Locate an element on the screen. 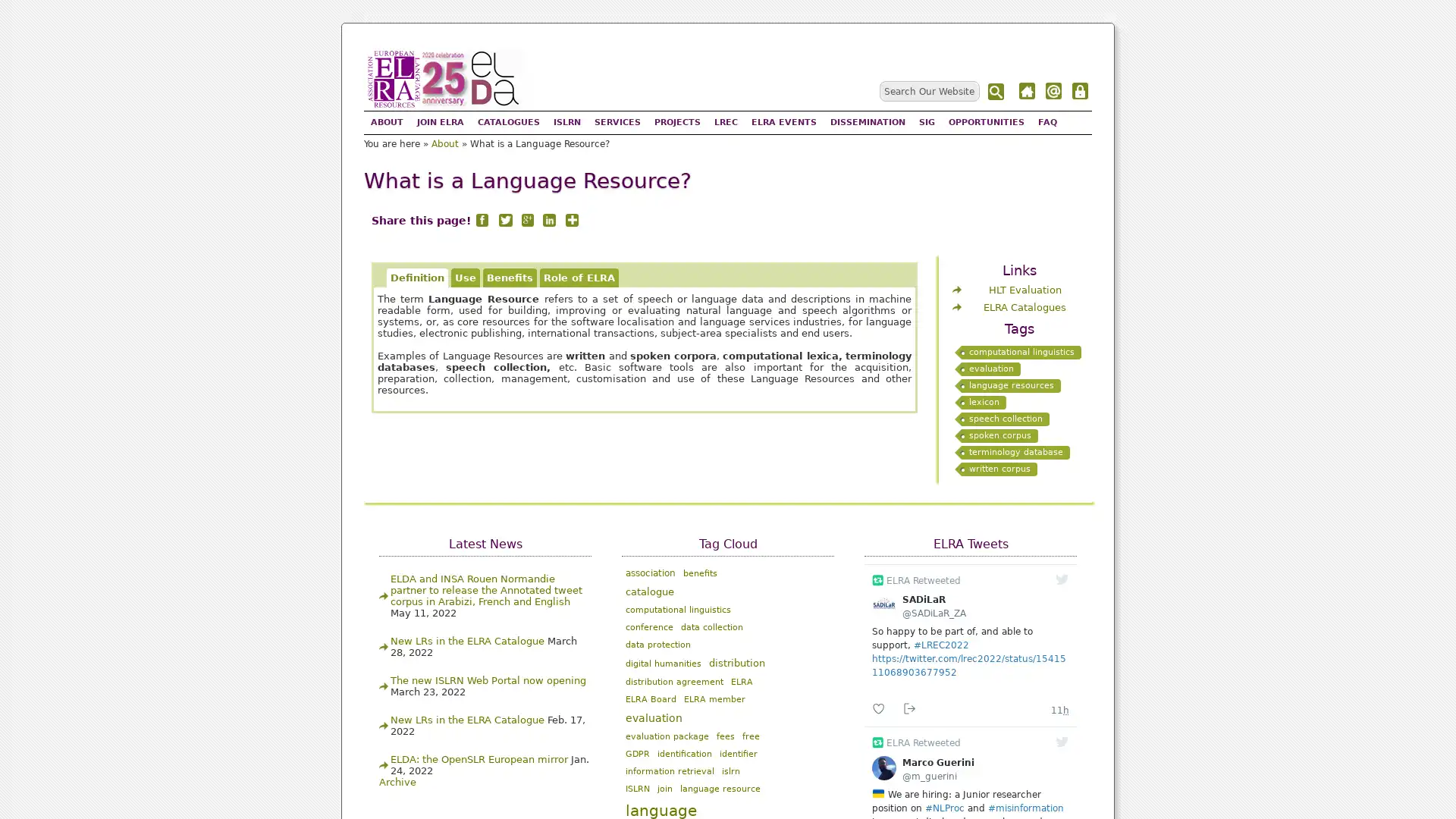 The image size is (1456, 819). search is located at coordinates (997, 92).